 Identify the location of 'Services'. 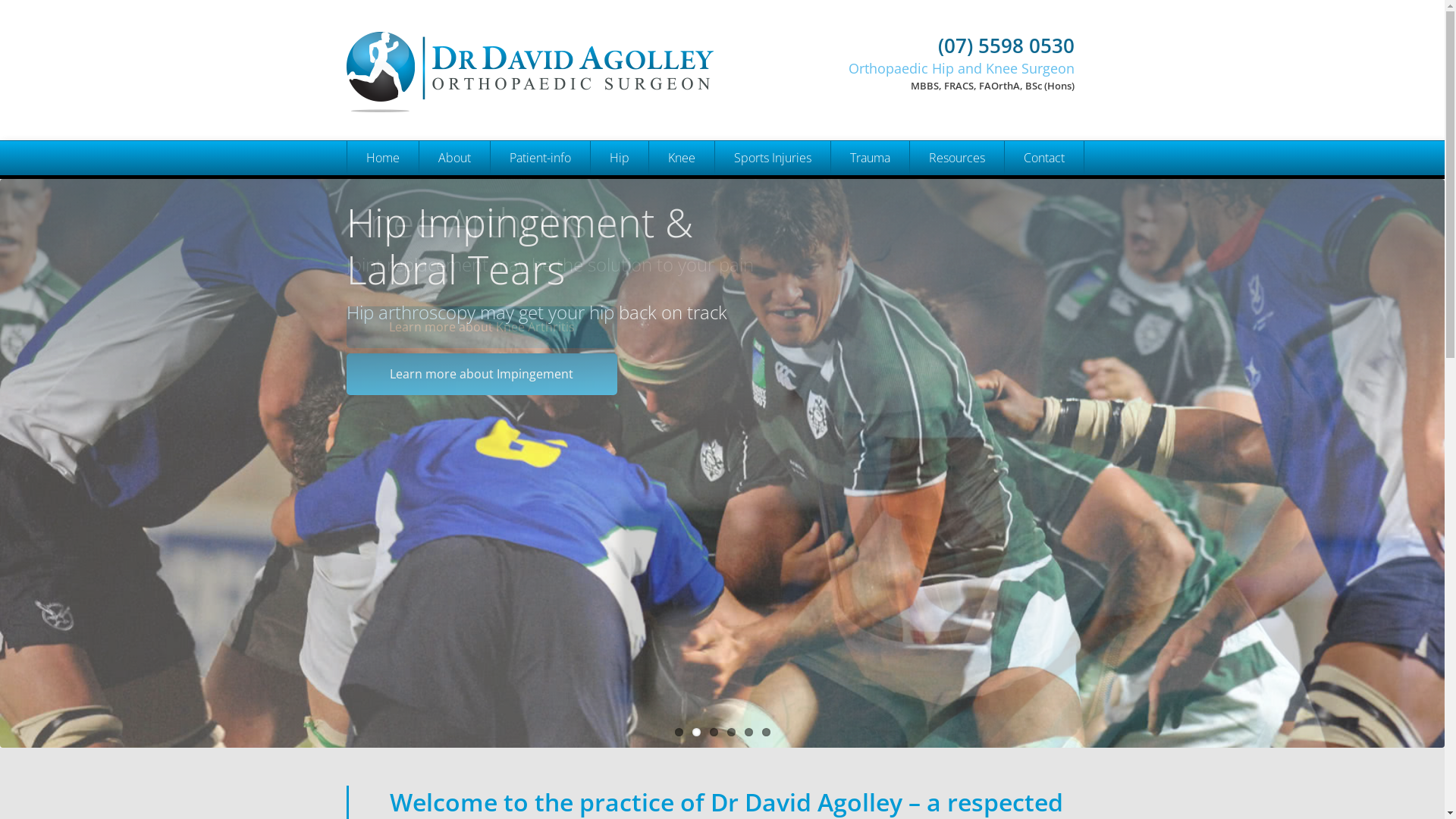
(539, 226).